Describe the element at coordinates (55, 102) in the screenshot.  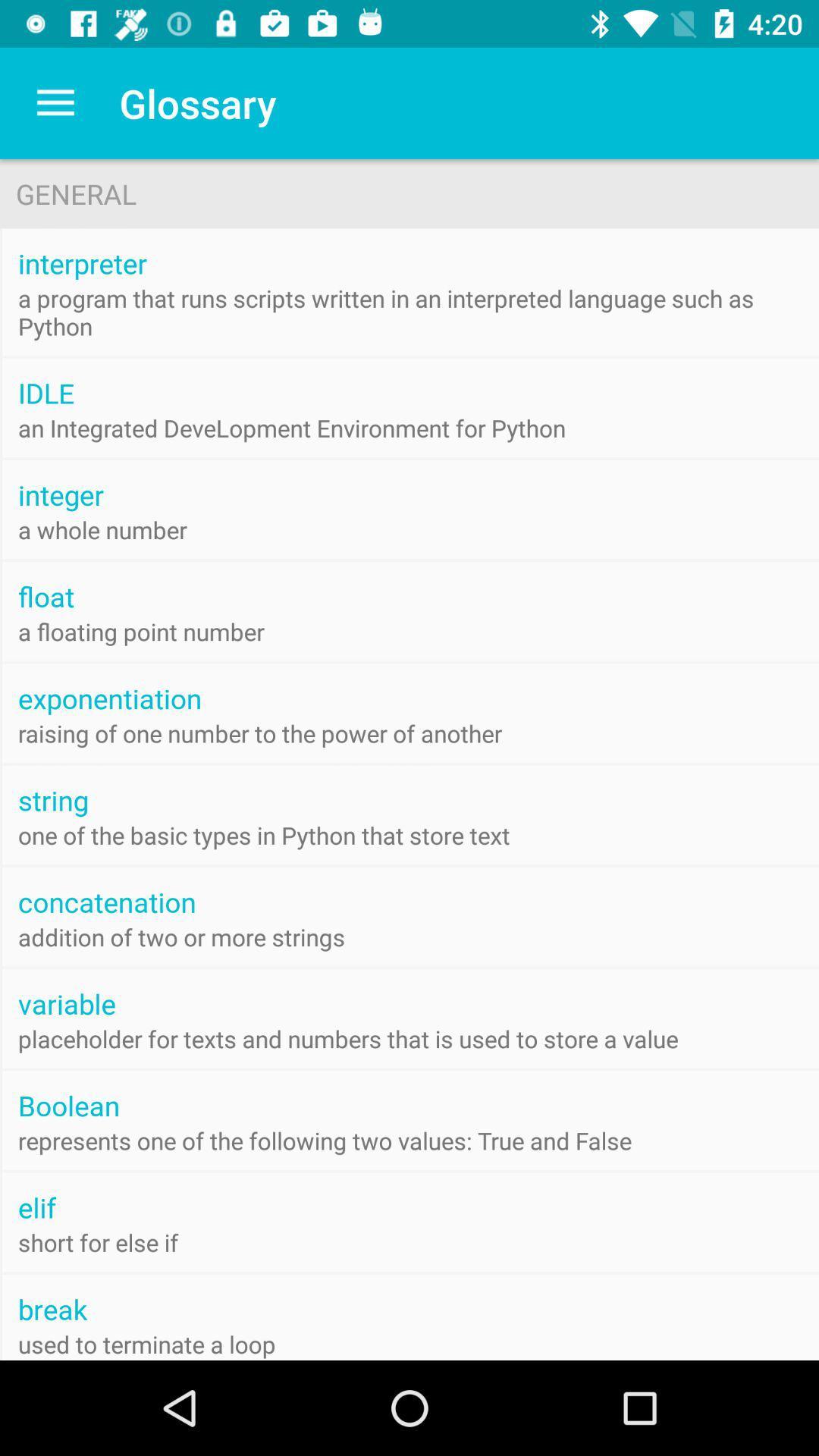
I see `icon next to the glossary icon` at that location.